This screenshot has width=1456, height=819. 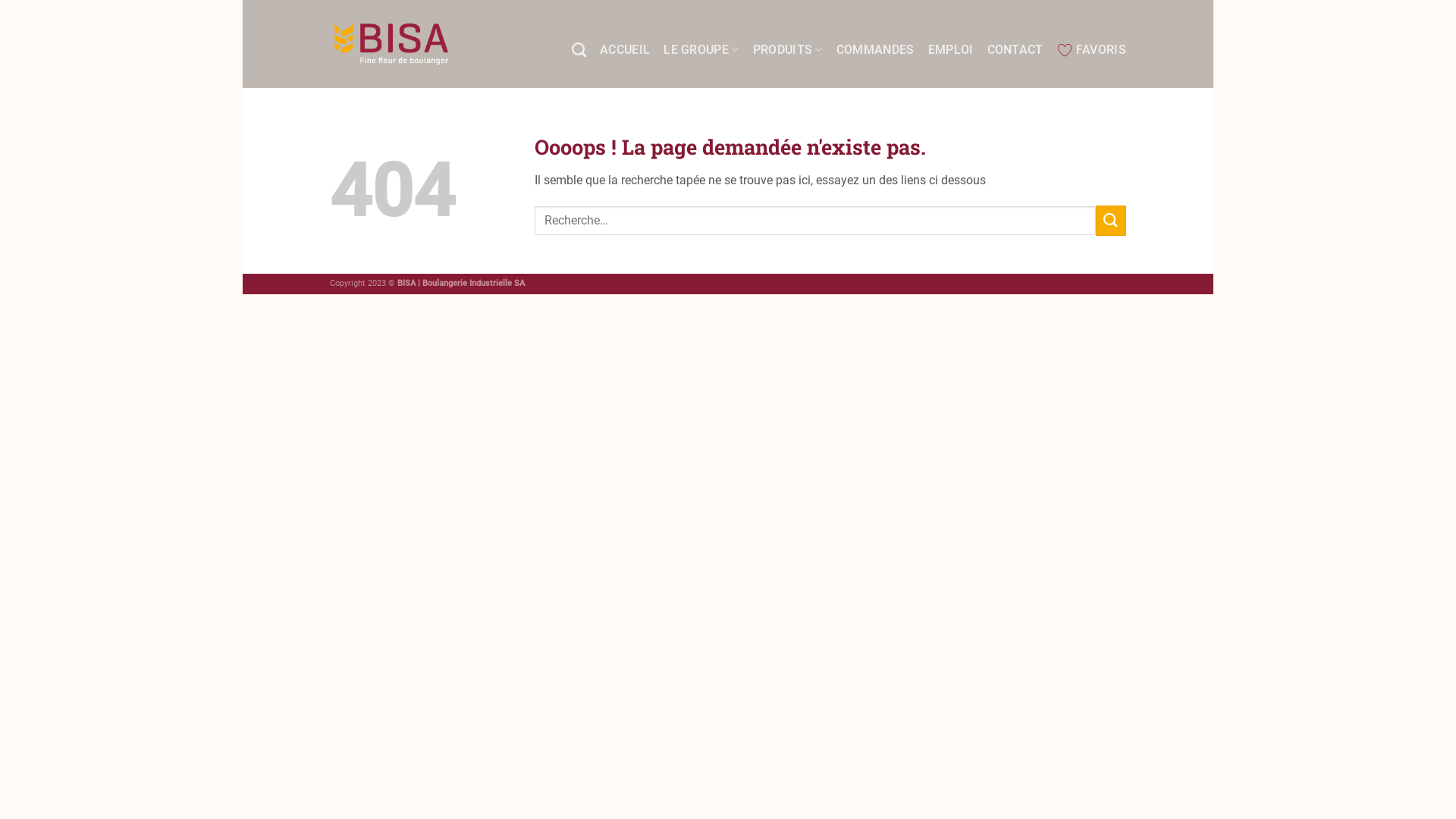 What do you see at coordinates (1015, 49) in the screenshot?
I see `'CONTACT'` at bounding box center [1015, 49].